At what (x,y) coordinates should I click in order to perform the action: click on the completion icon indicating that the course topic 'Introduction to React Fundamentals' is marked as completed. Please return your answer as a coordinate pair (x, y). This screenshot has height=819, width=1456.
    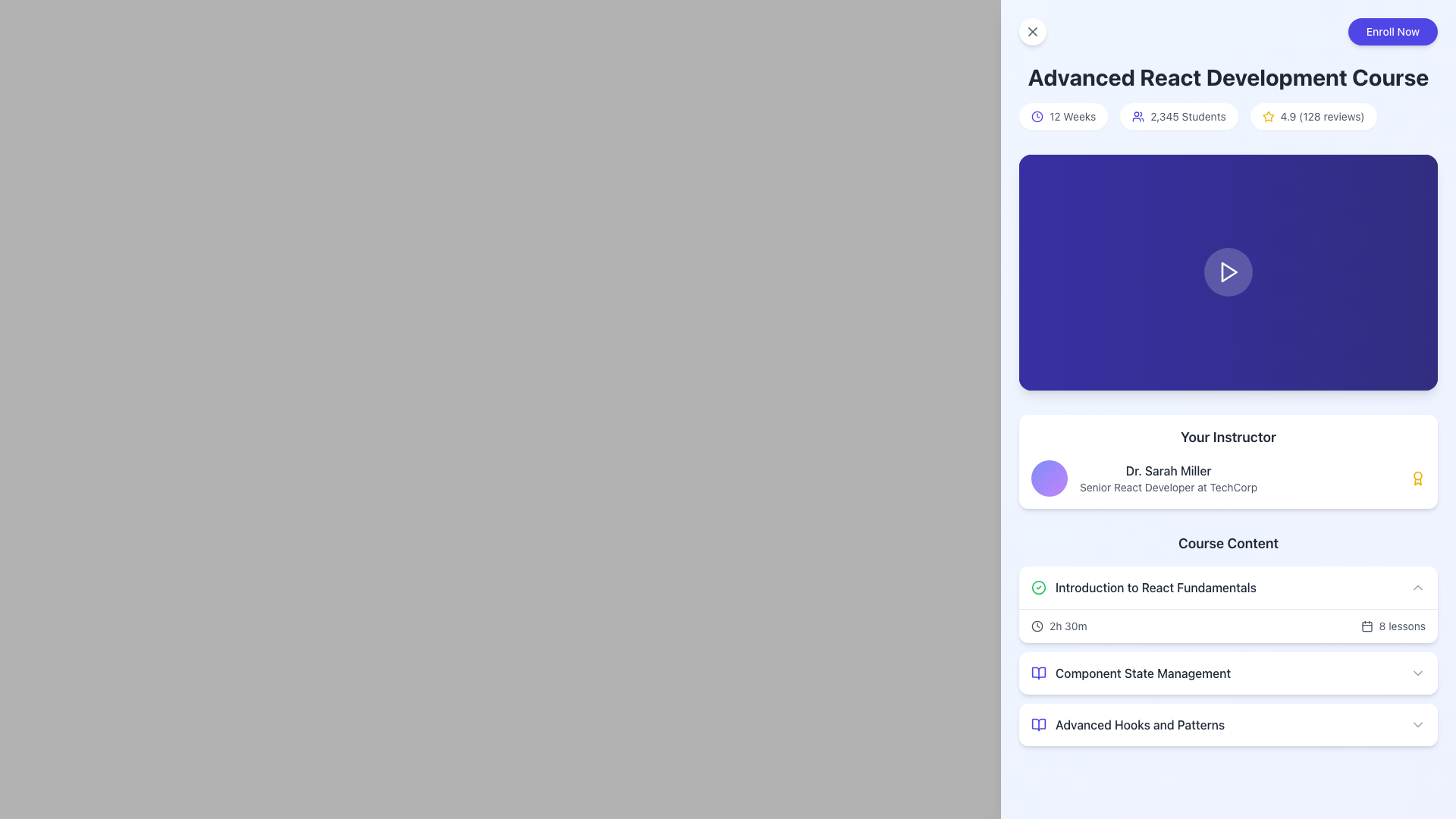
    Looking at the image, I should click on (1037, 586).